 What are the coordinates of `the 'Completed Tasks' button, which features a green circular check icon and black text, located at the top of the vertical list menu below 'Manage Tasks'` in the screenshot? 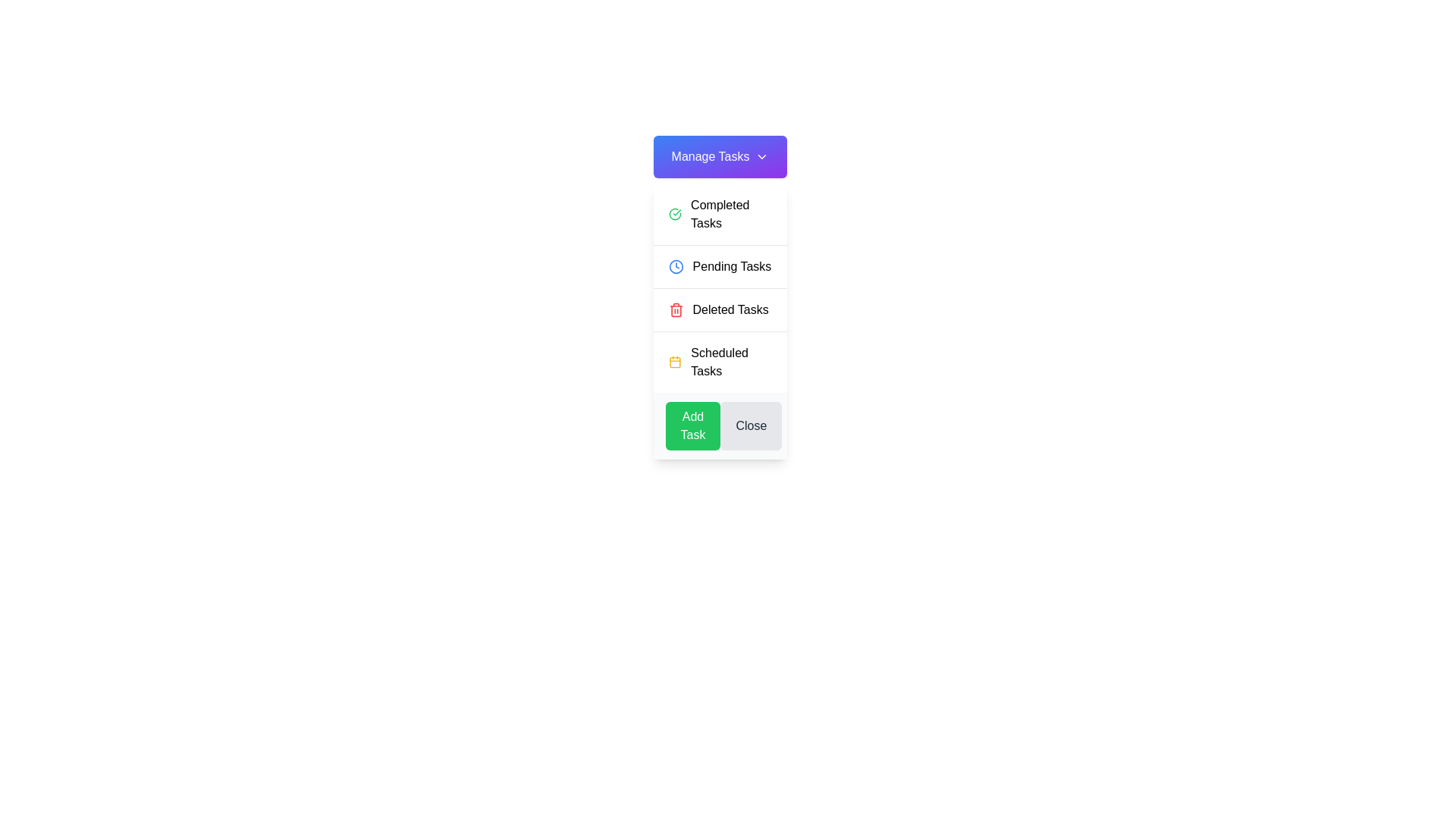 It's located at (720, 214).